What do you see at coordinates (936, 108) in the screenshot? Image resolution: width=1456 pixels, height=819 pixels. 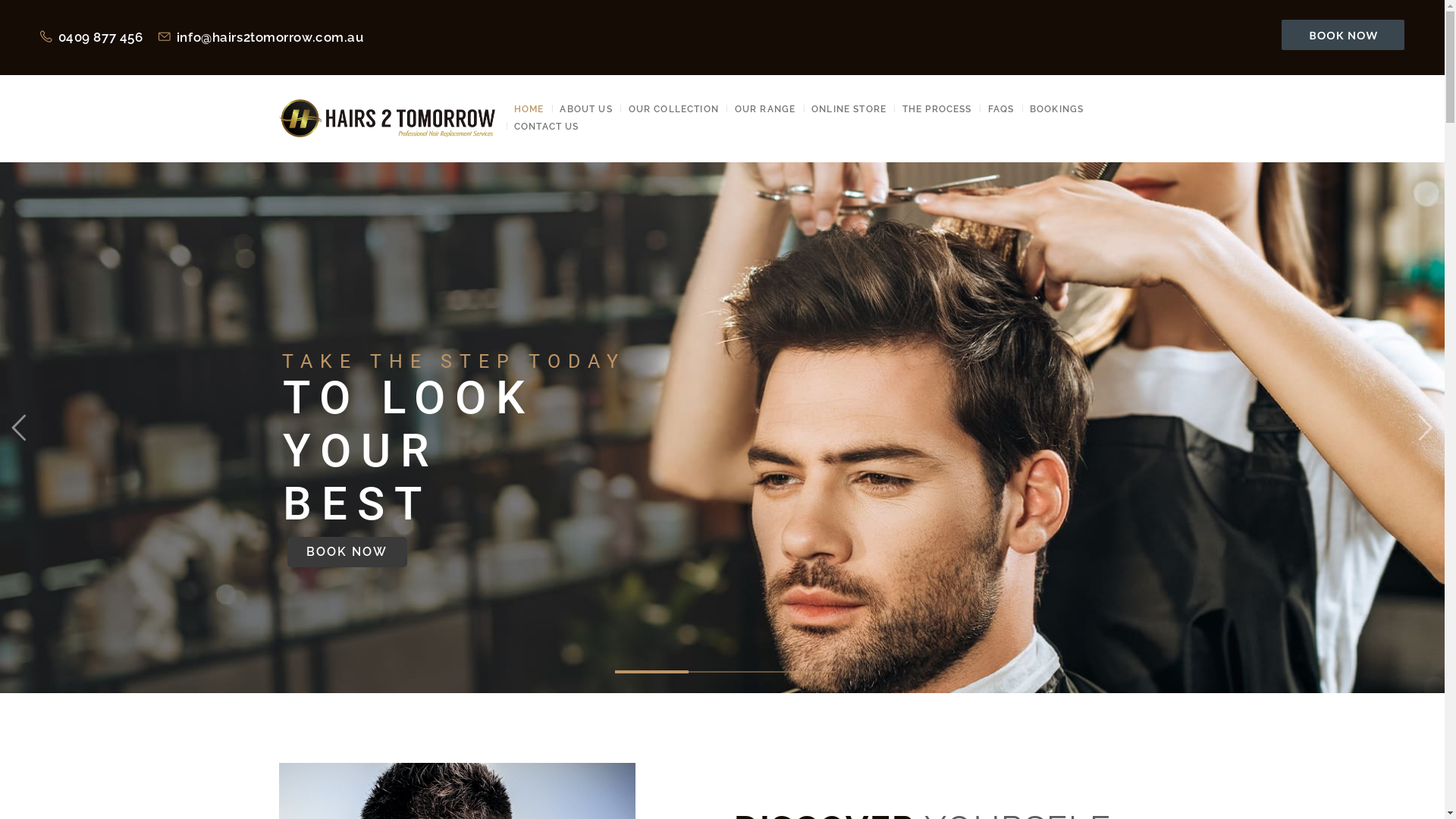 I see `'THE PROCESS'` at bounding box center [936, 108].